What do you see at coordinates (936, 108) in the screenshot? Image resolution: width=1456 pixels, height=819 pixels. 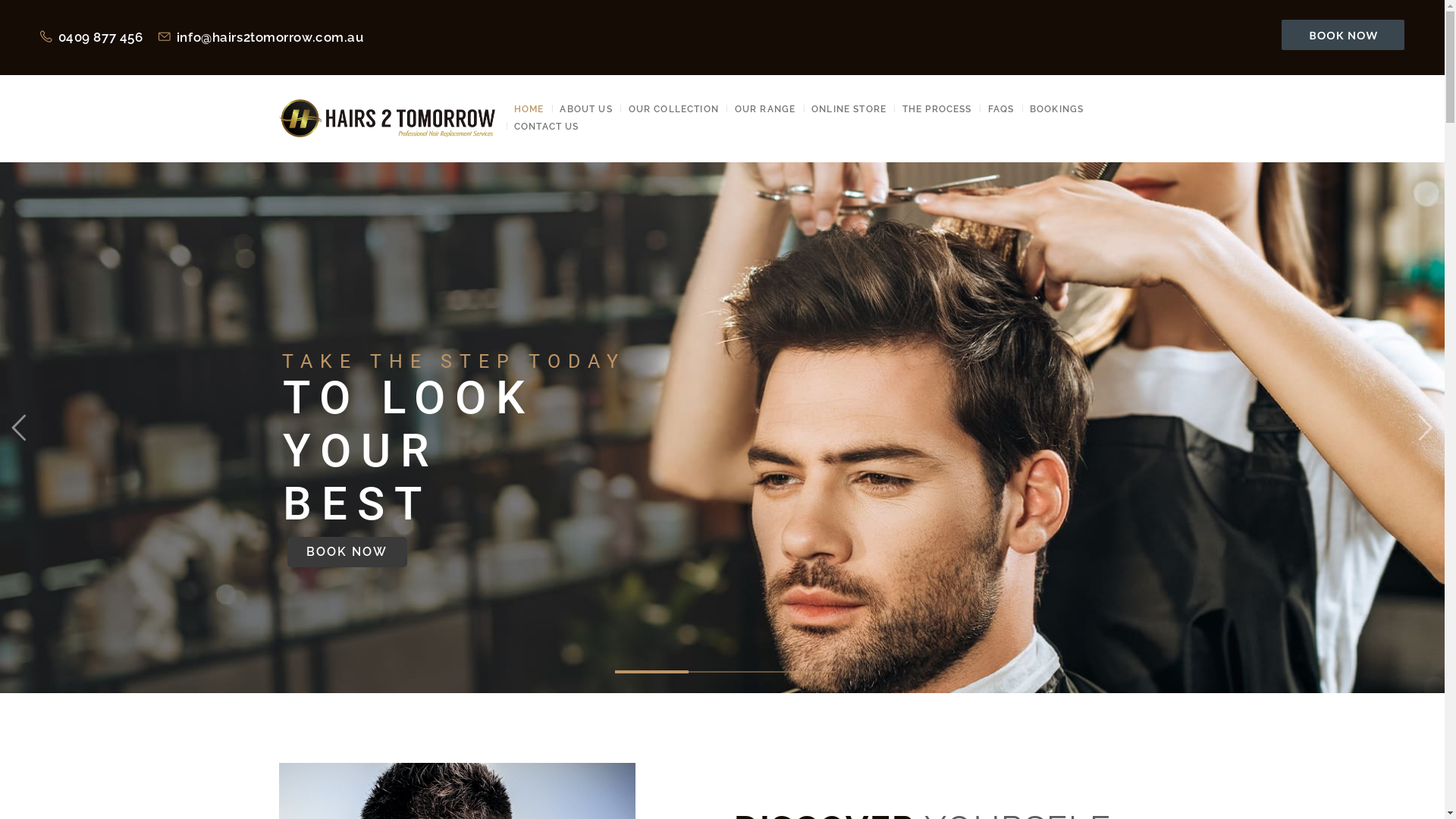 I see `'THE PROCESS'` at bounding box center [936, 108].